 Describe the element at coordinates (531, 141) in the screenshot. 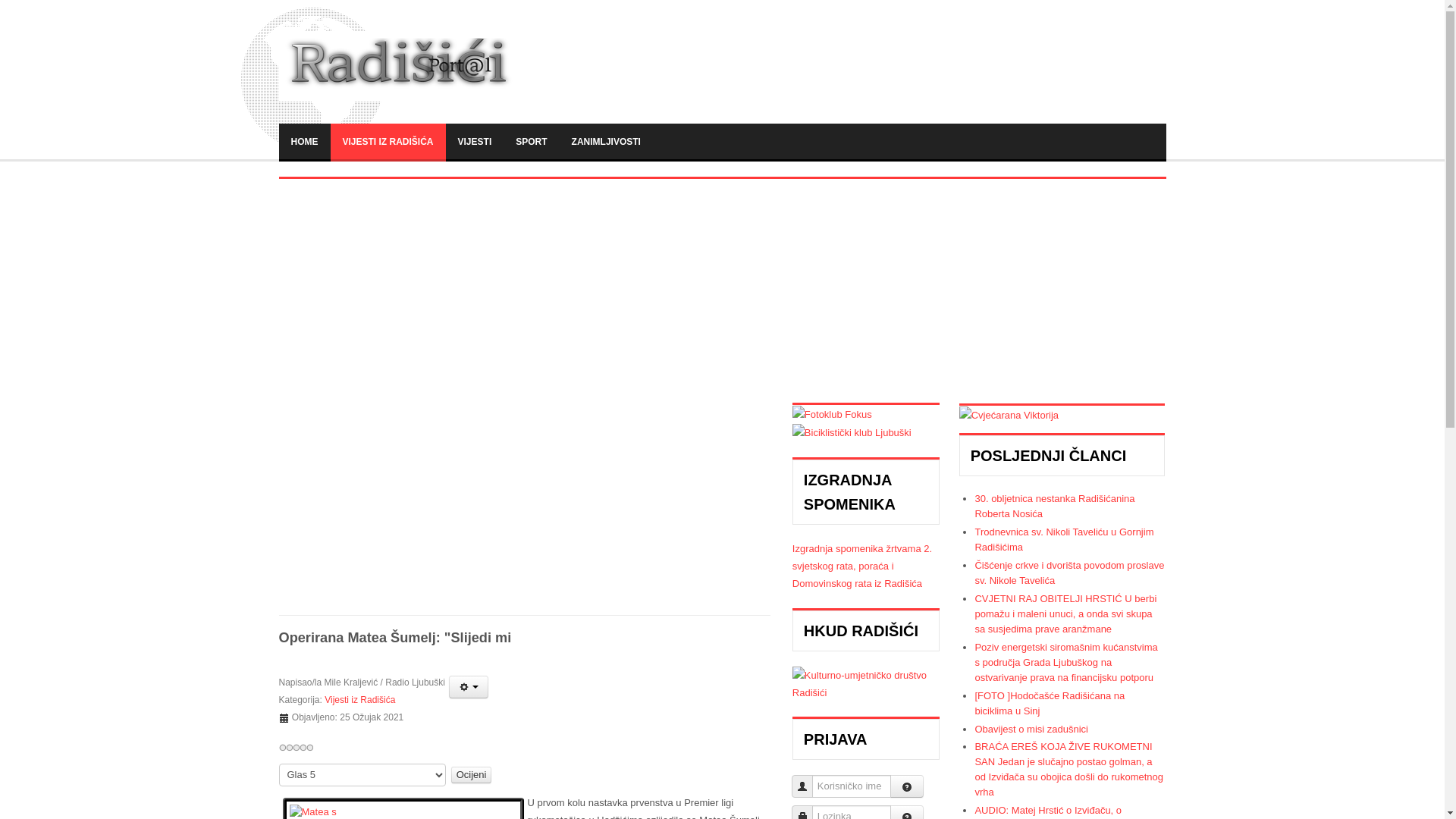

I see `'SPORT'` at that location.